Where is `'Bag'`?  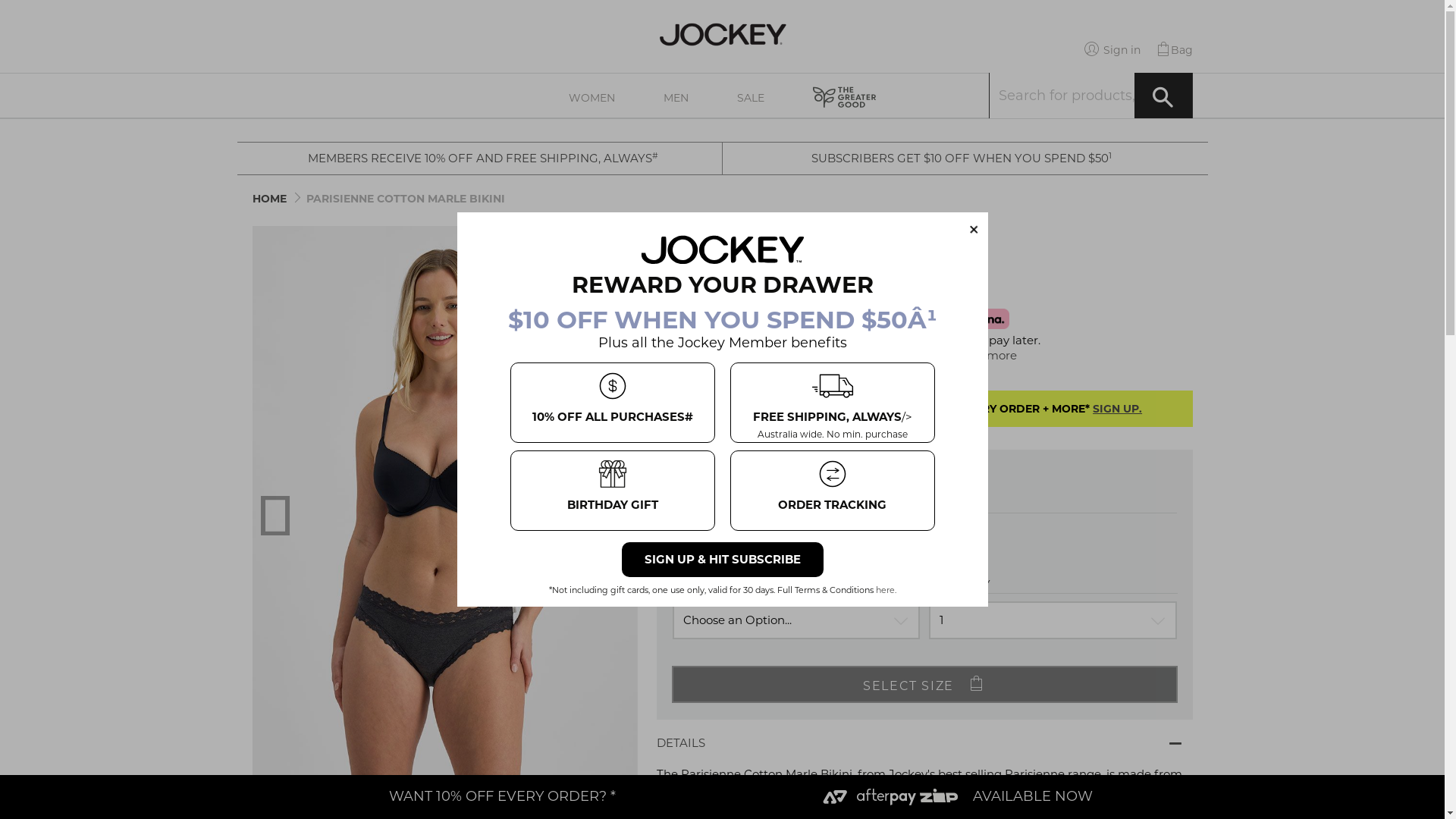
'Bag' is located at coordinates (1173, 49).